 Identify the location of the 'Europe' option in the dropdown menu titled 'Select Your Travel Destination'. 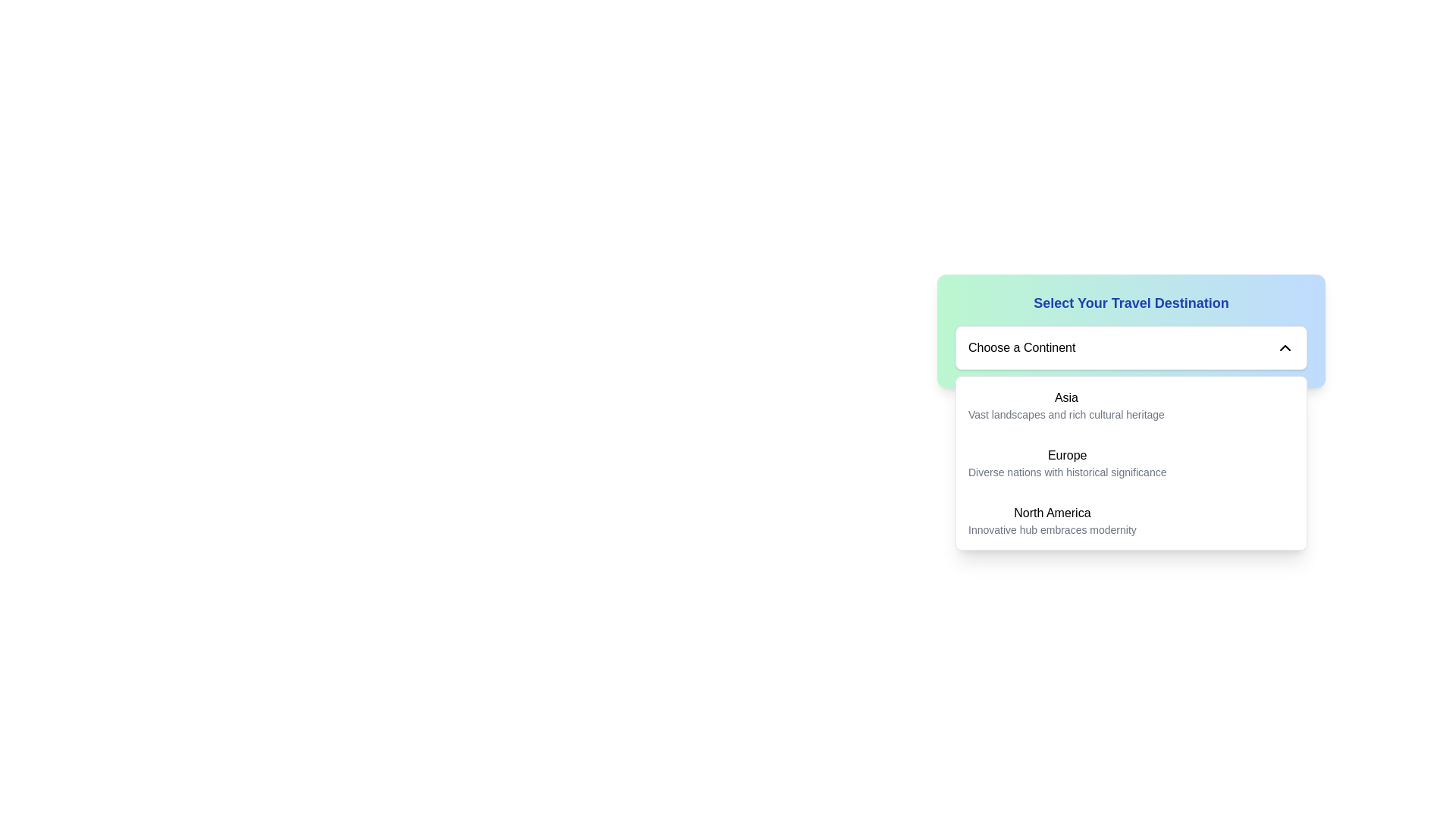
(1066, 455).